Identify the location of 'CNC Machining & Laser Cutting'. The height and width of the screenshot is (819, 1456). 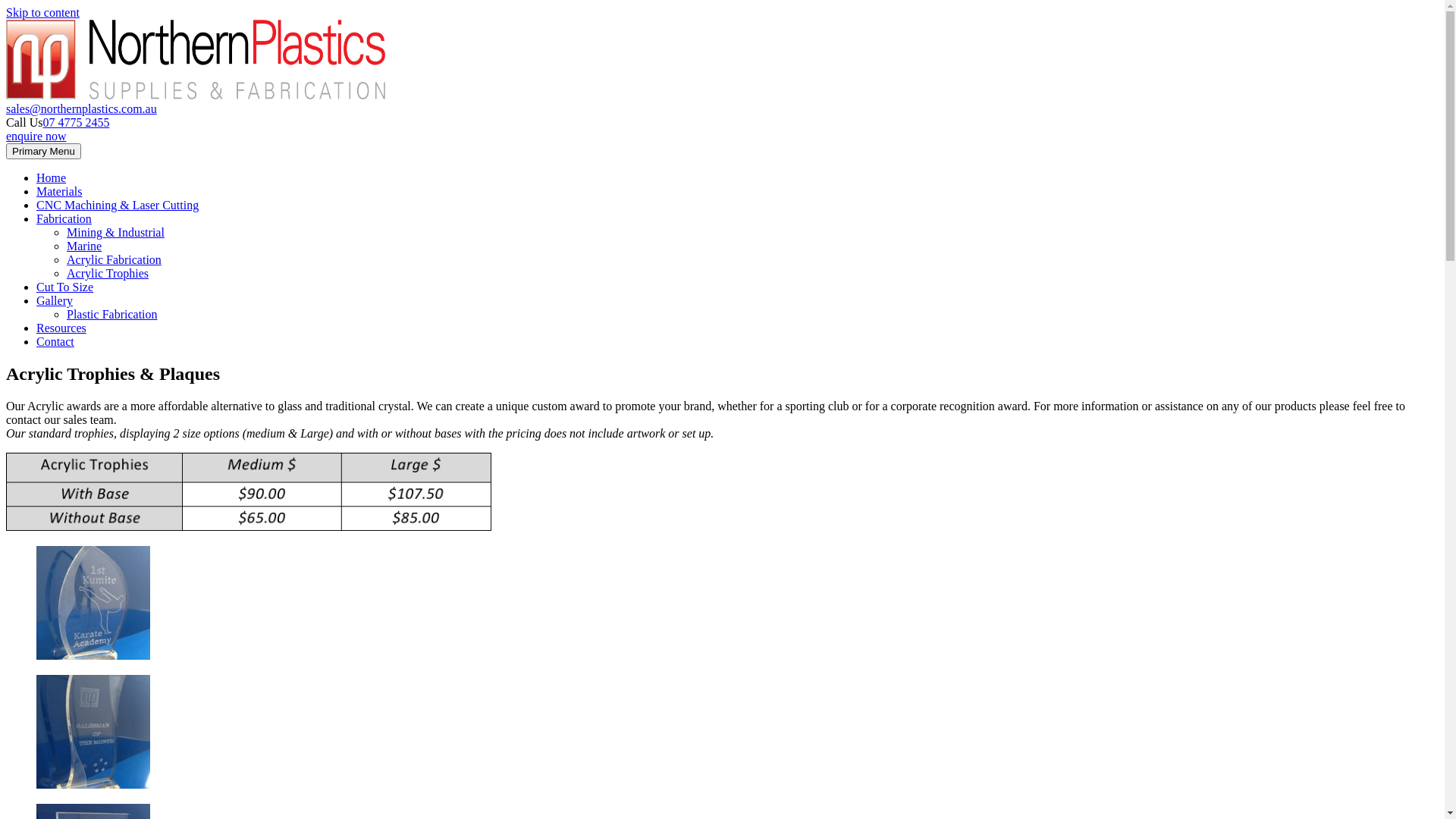
(36, 205).